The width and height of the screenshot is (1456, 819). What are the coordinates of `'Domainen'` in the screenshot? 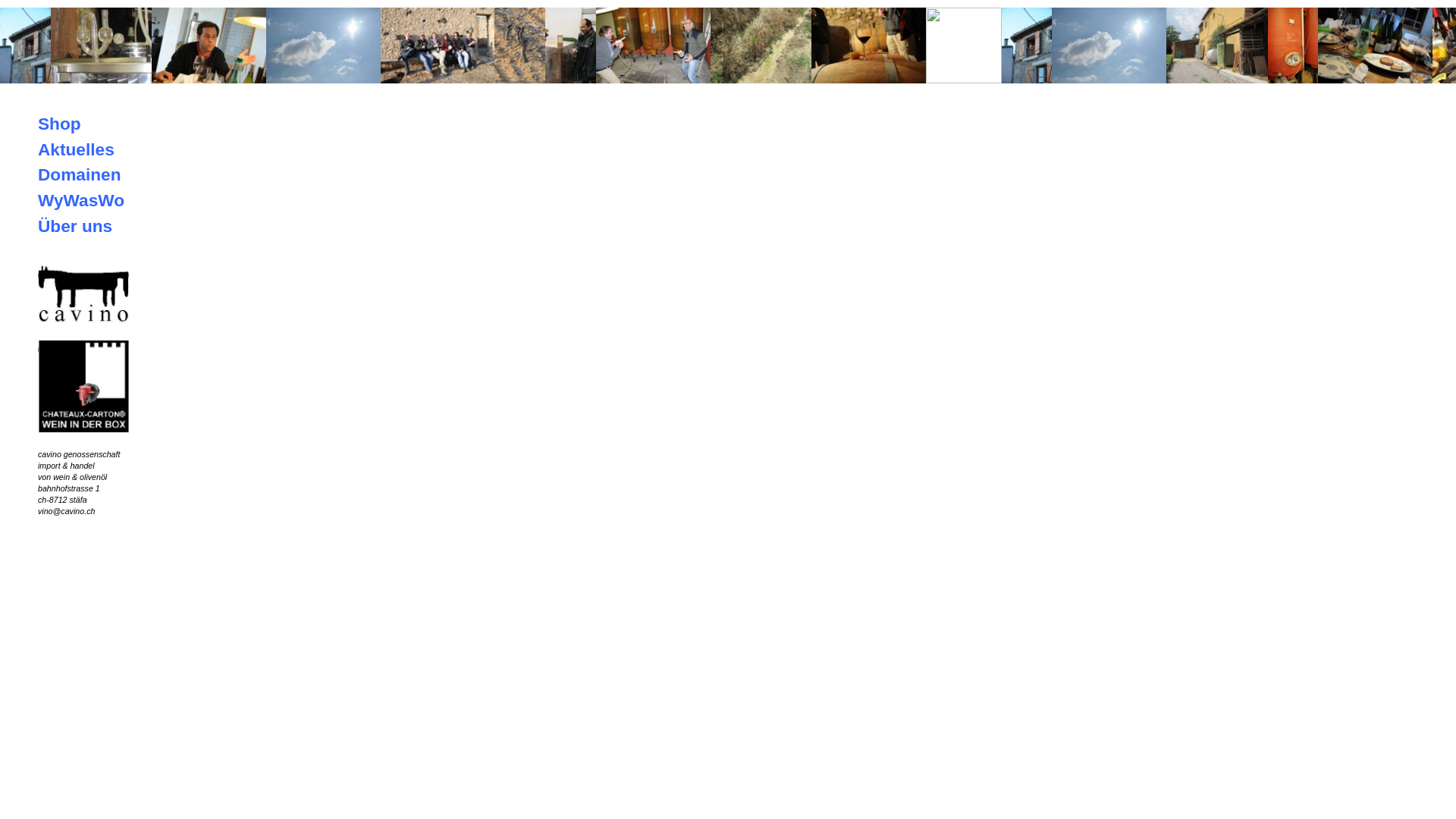 It's located at (79, 174).